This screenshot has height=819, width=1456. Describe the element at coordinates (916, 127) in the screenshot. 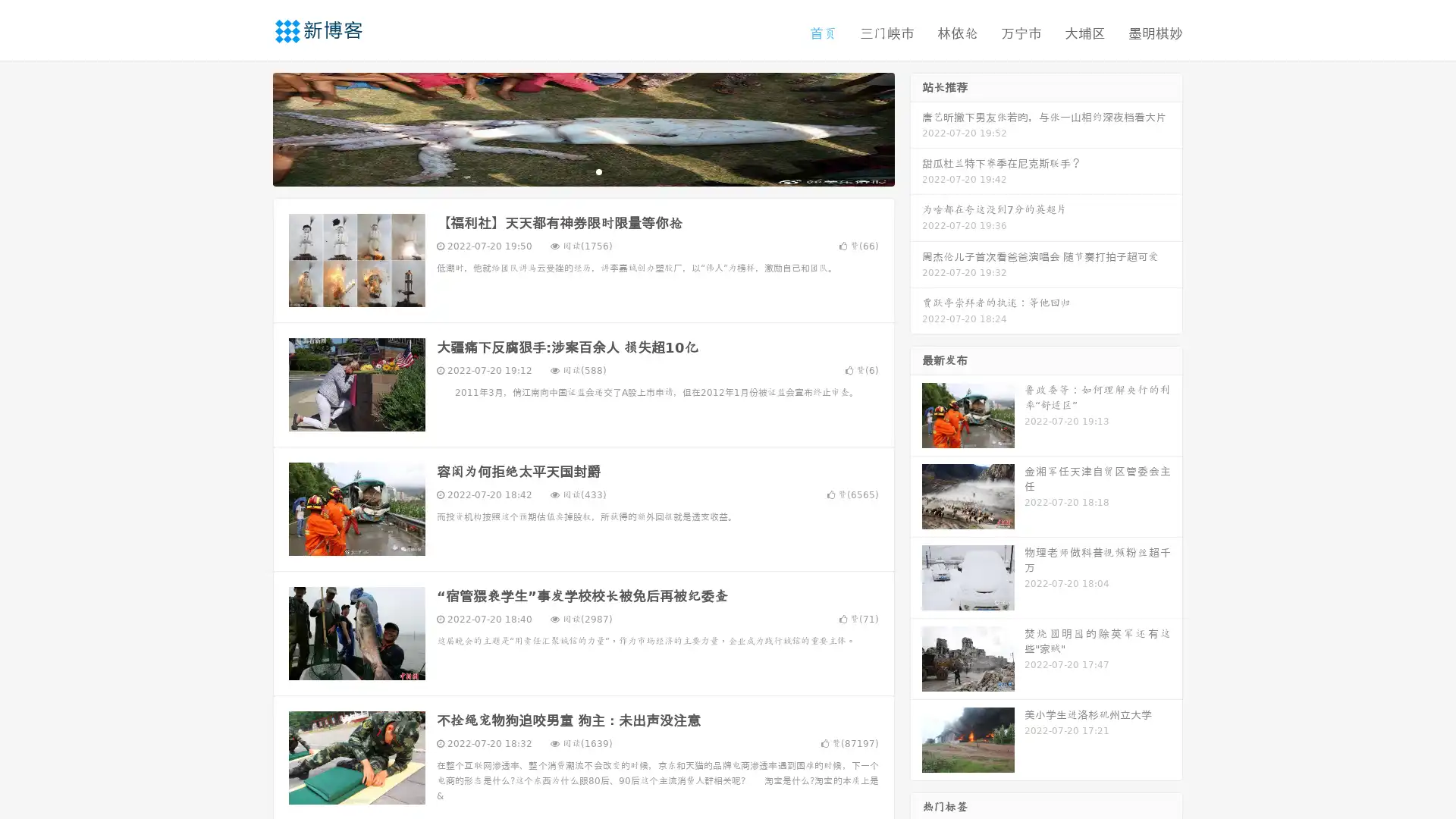

I see `Next slide` at that location.